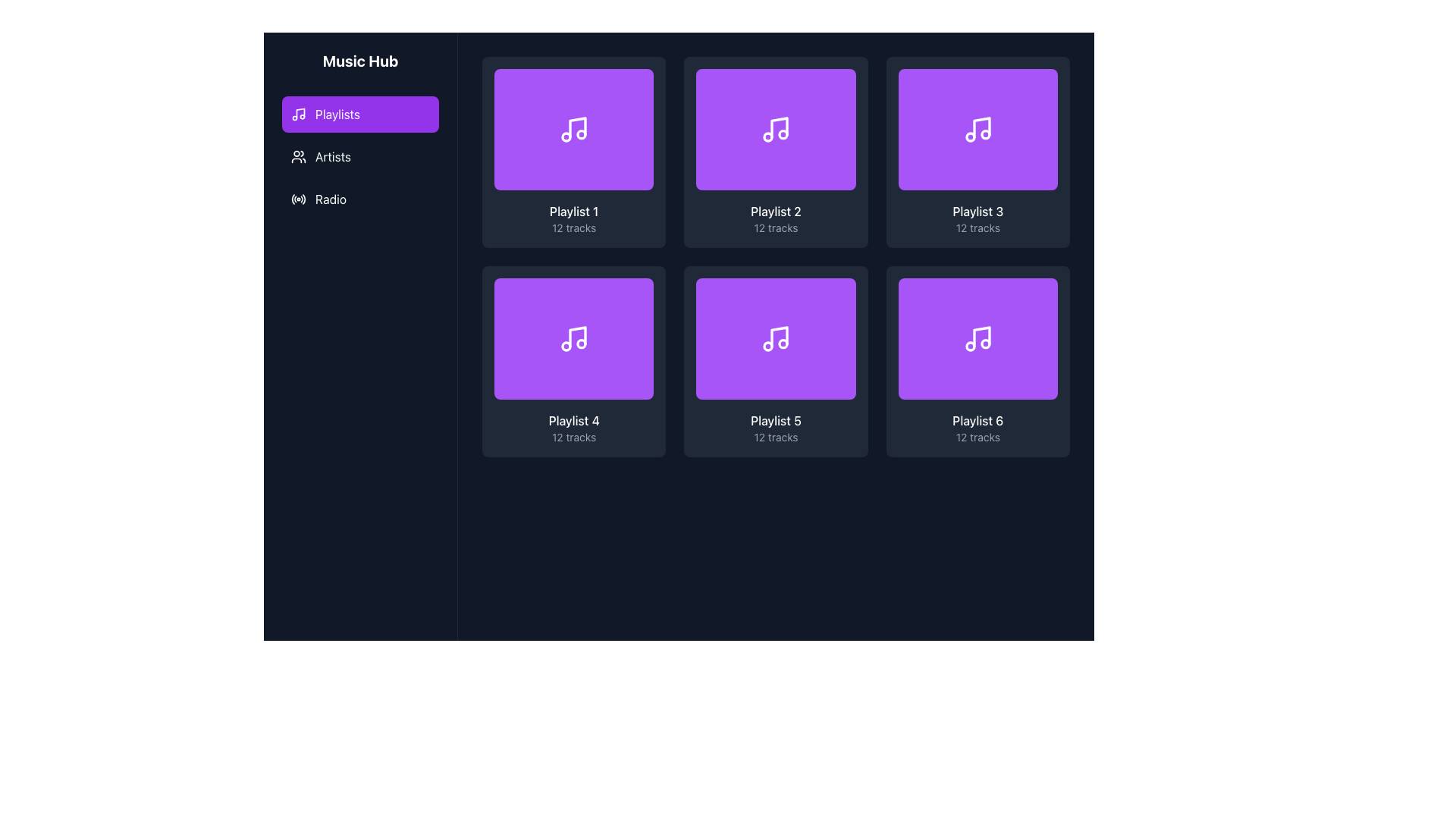 The height and width of the screenshot is (819, 1456). Describe the element at coordinates (776, 438) in the screenshot. I see `the small text label displaying '12 tracks', which is located at the bottom of the 'Playlist 5' card in the middle column of the grid layout` at that location.